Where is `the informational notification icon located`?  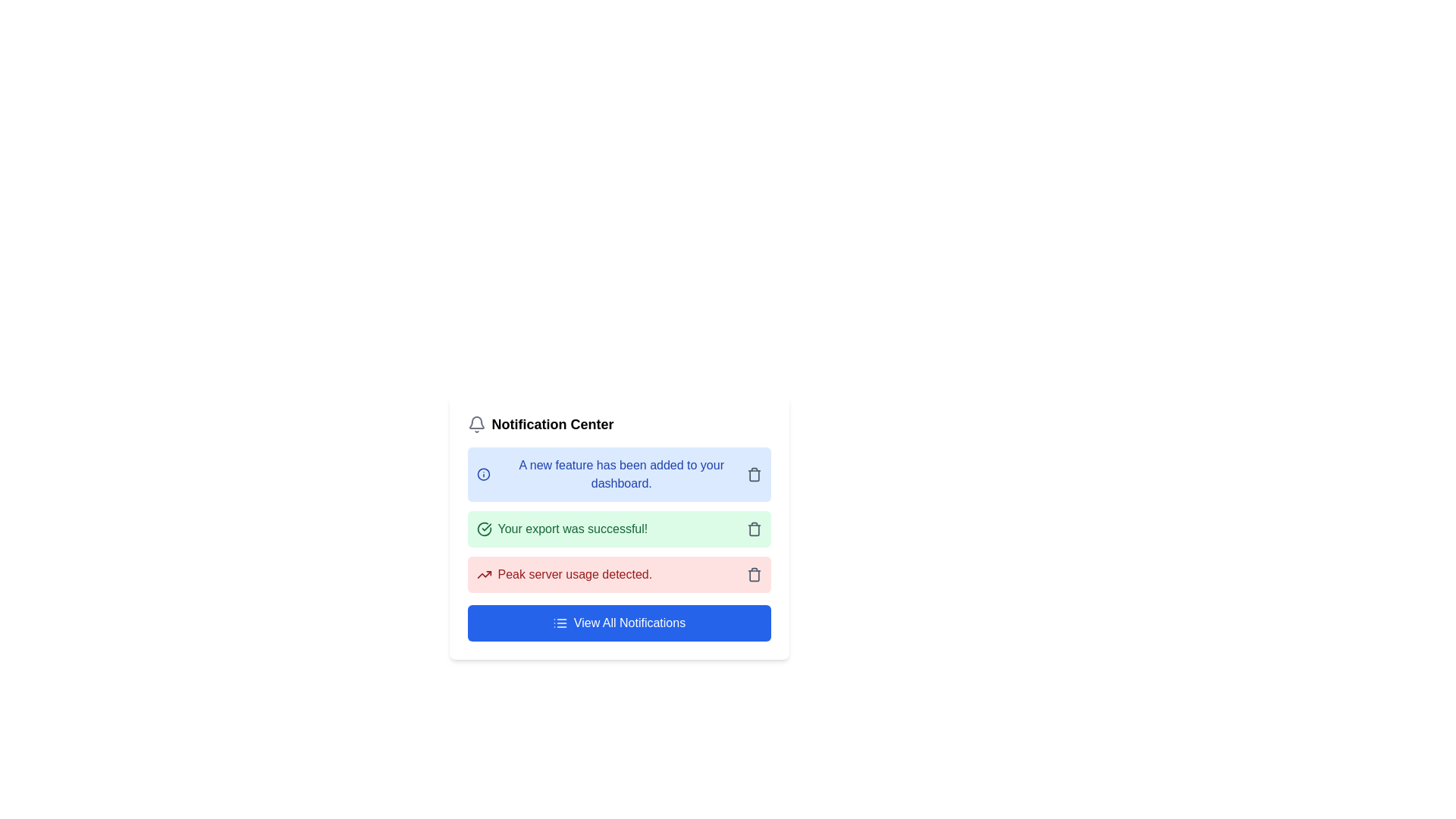 the informational notification icon located is located at coordinates (482, 473).